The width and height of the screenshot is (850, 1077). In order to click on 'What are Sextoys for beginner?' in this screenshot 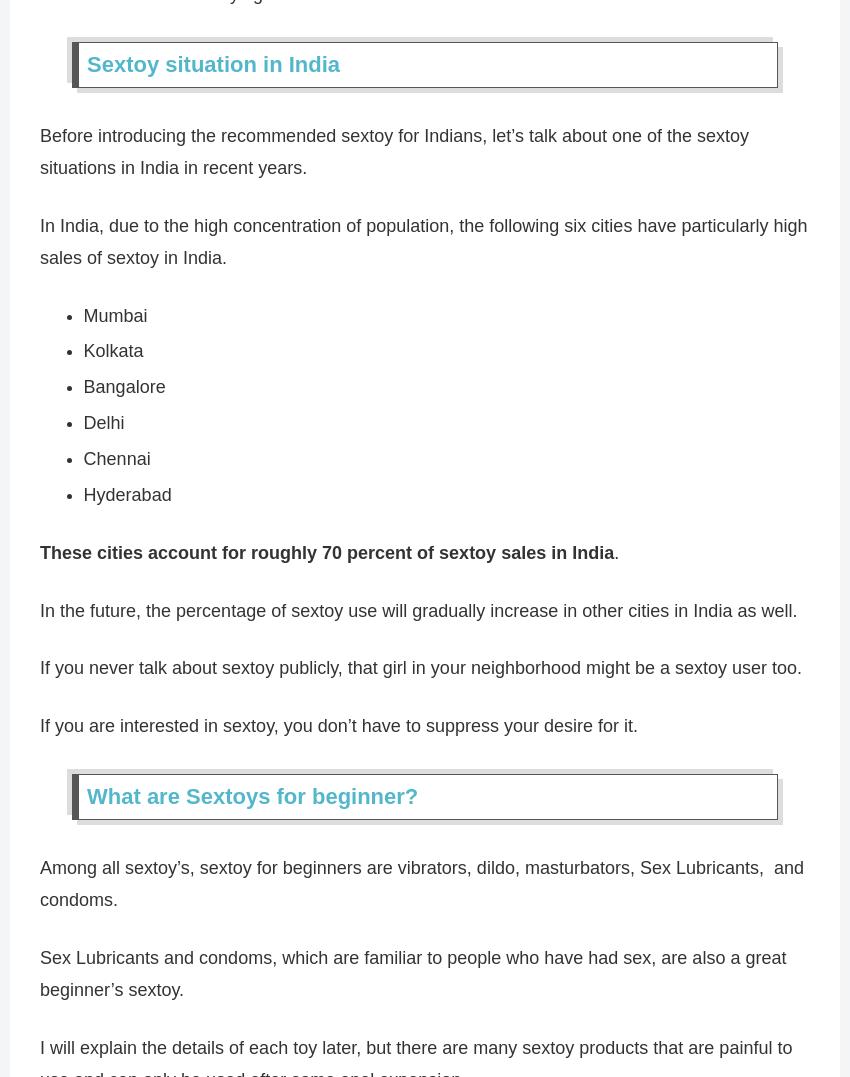, I will do `click(252, 796)`.